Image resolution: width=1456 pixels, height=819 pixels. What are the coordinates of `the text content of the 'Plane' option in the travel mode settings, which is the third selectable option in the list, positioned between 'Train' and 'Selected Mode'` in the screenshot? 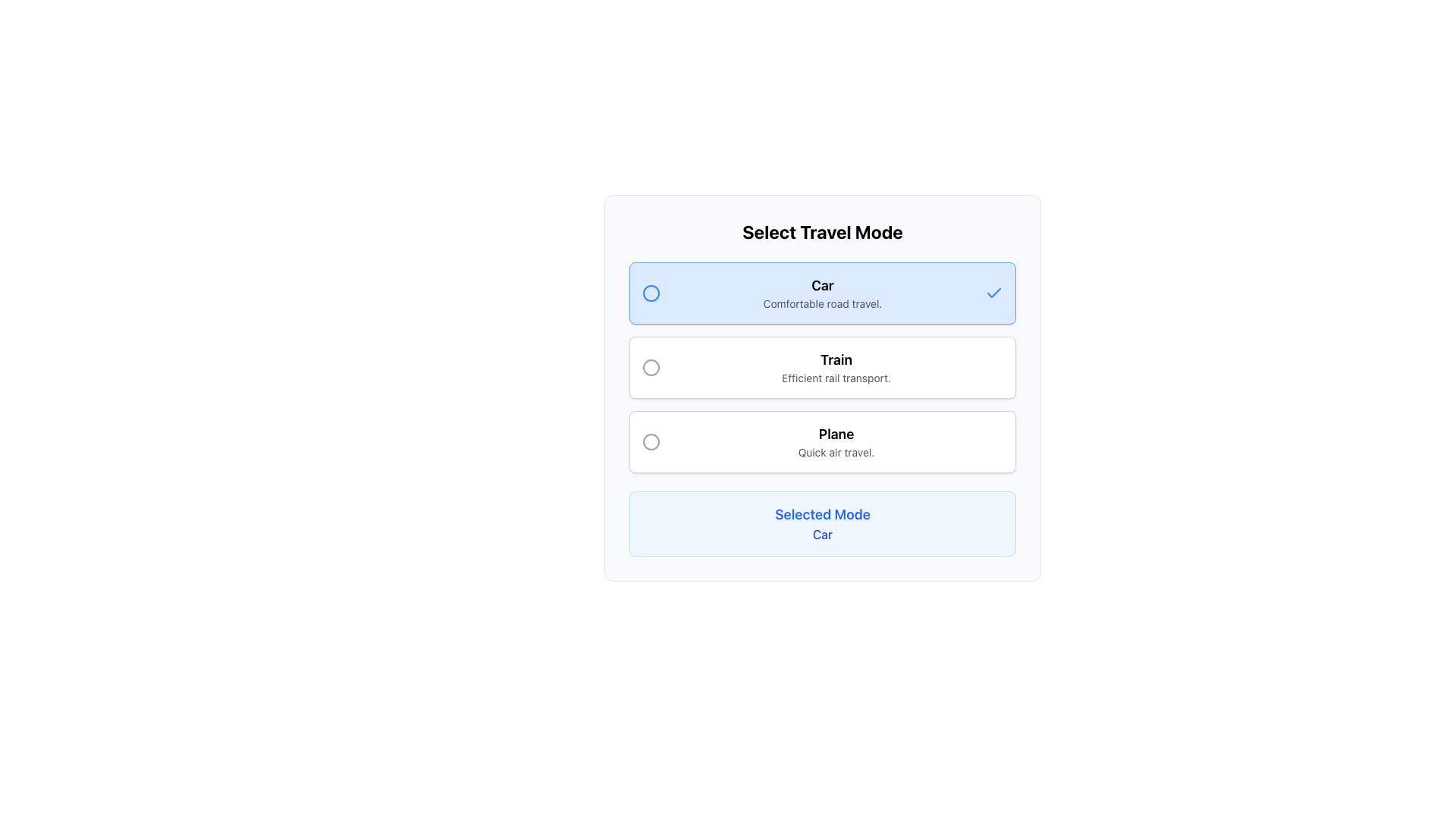 It's located at (836, 435).